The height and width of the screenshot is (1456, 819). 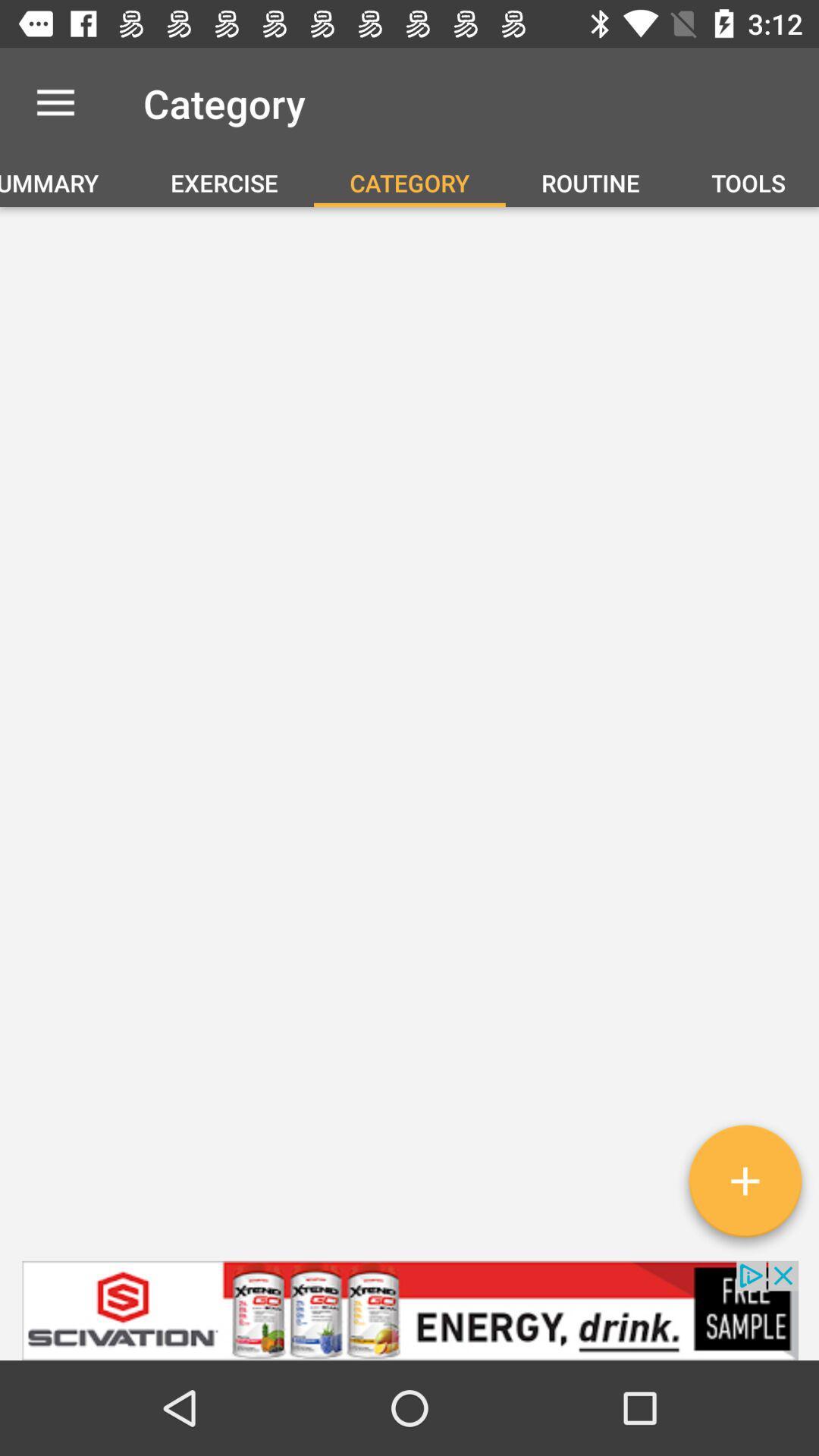 I want to click on option, so click(x=744, y=1186).